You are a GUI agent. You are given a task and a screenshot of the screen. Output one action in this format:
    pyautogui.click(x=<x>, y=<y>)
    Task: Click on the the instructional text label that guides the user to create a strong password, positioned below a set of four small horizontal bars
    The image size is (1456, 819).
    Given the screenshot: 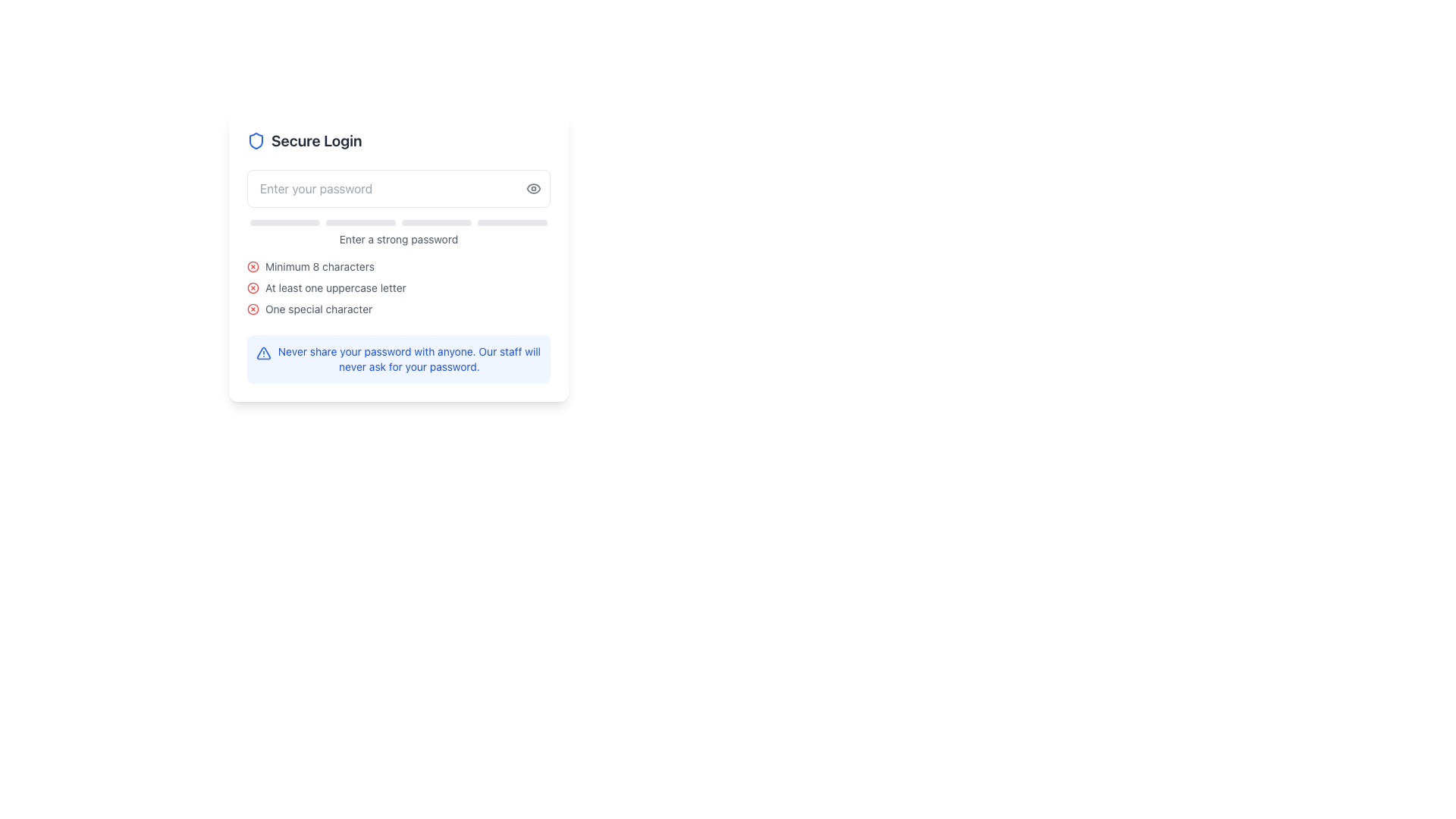 What is the action you would take?
    pyautogui.click(x=399, y=239)
    